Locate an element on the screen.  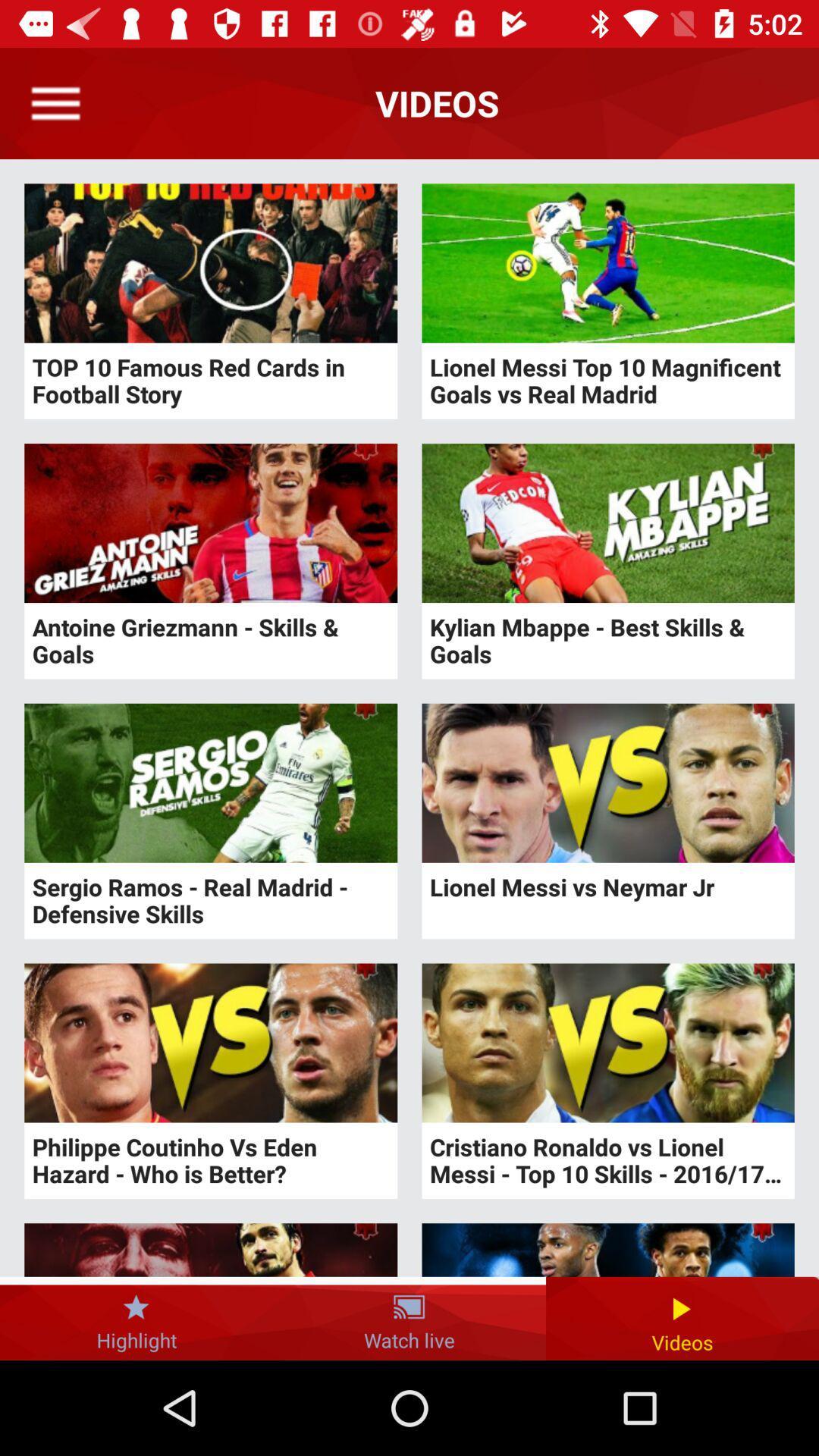
open menu option is located at coordinates (55, 102).